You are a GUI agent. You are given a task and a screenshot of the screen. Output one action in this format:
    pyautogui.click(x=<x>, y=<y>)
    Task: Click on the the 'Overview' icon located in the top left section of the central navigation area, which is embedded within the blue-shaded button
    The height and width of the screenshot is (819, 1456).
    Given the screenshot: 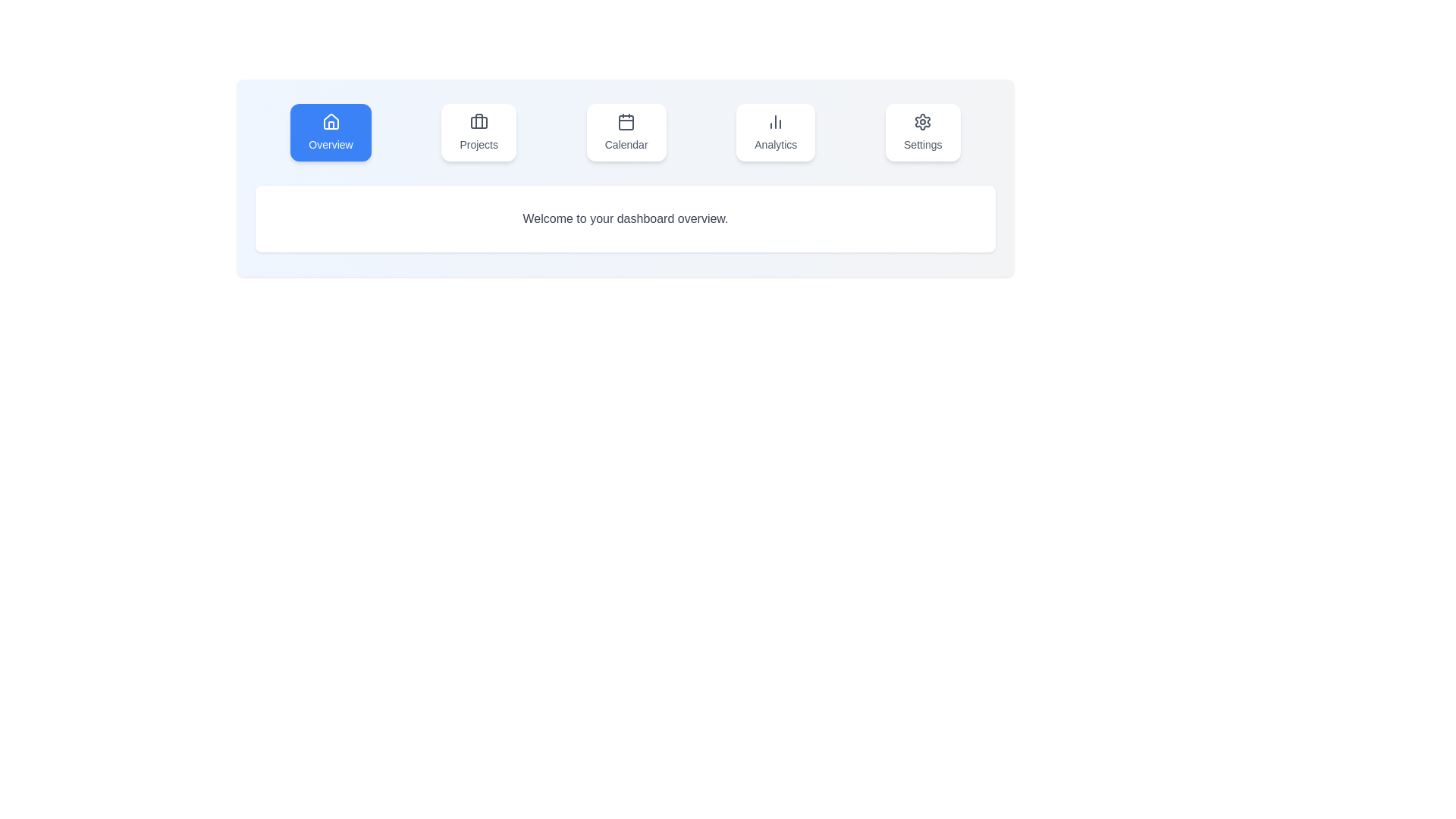 What is the action you would take?
    pyautogui.click(x=330, y=121)
    